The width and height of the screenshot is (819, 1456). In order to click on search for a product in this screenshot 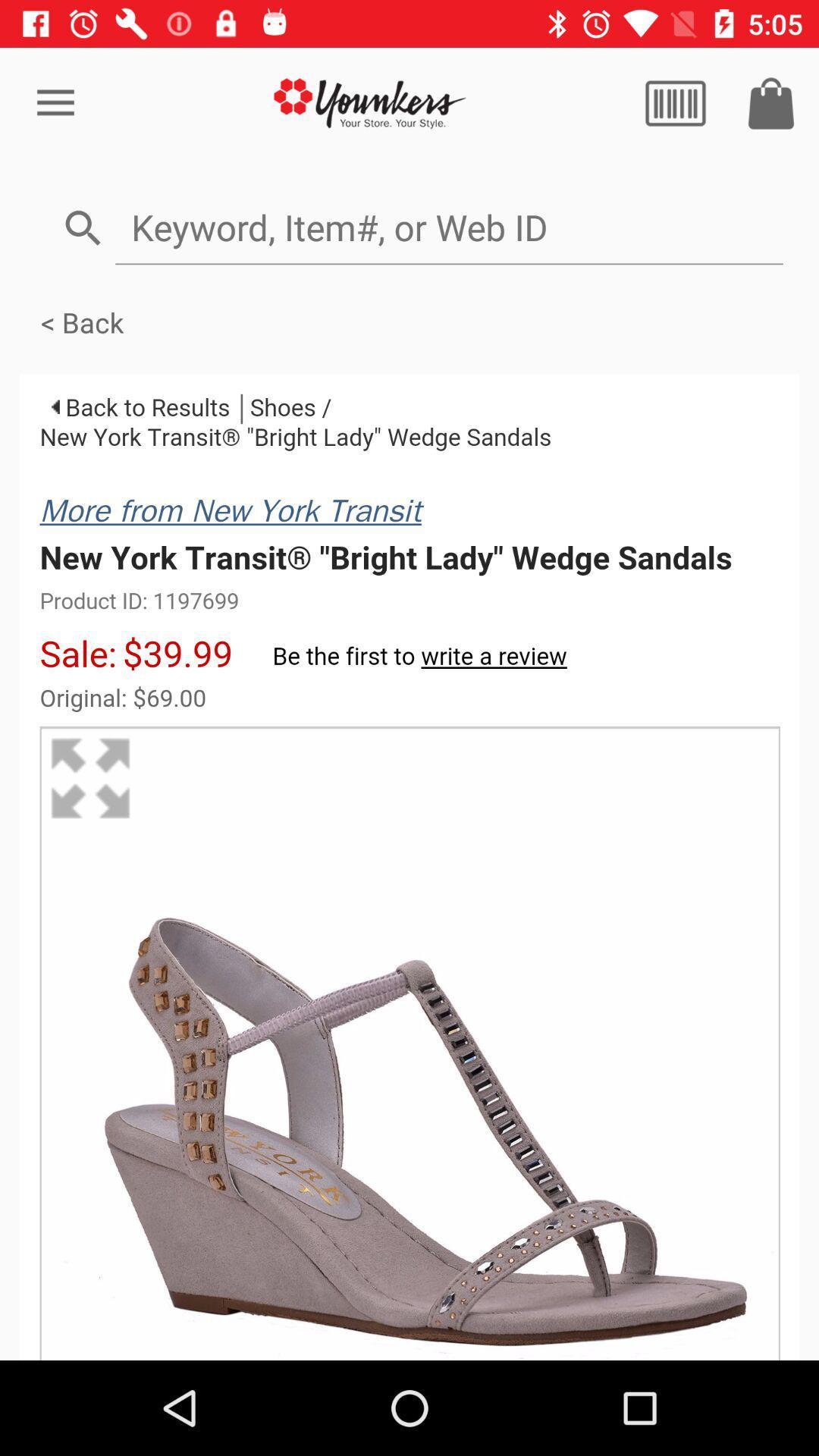, I will do `click(448, 226)`.